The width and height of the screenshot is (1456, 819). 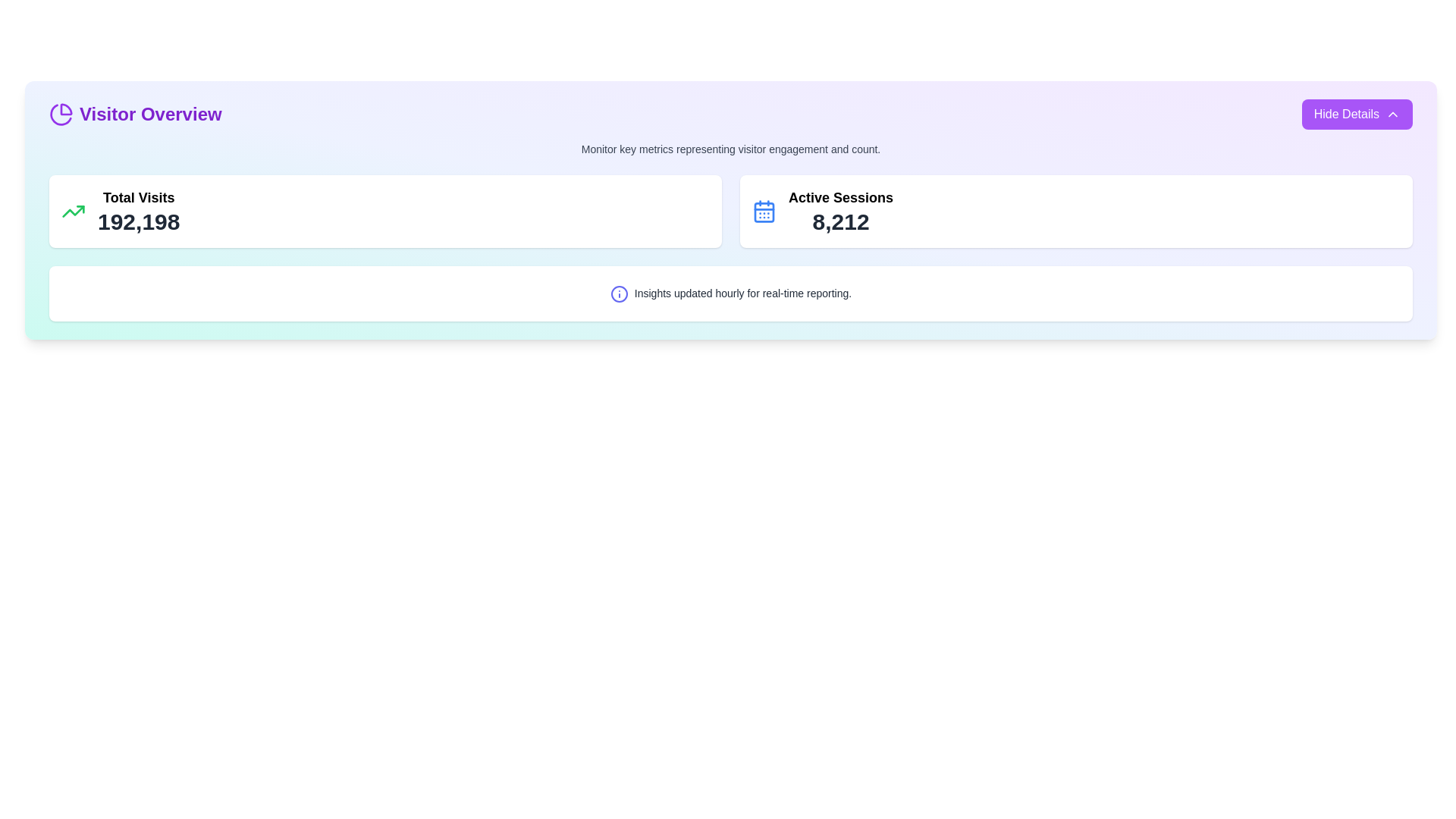 I want to click on the Chevron-up icon located in the top-right corner of the interface within the 'Hide Details' button, so click(x=1393, y=113).